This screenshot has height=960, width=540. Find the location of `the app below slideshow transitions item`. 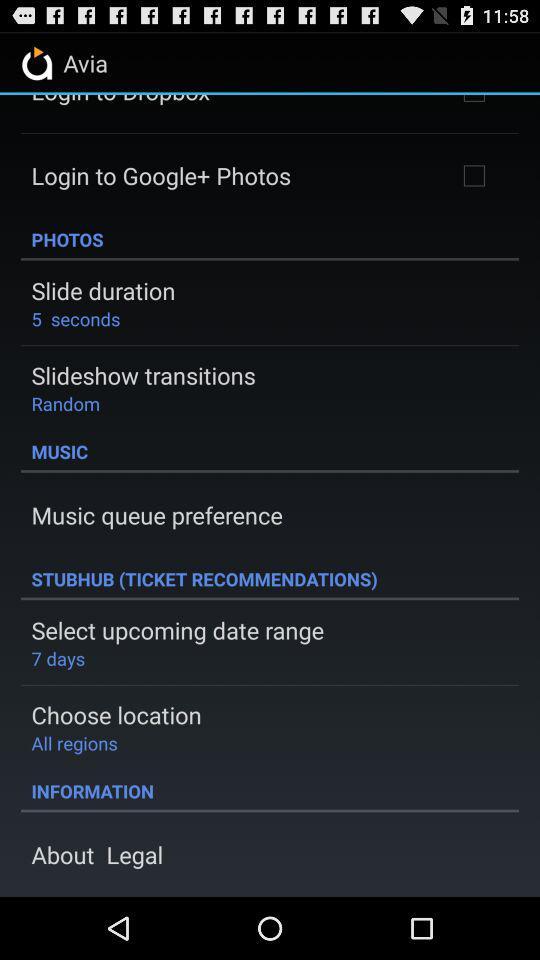

the app below slideshow transitions item is located at coordinates (65, 402).